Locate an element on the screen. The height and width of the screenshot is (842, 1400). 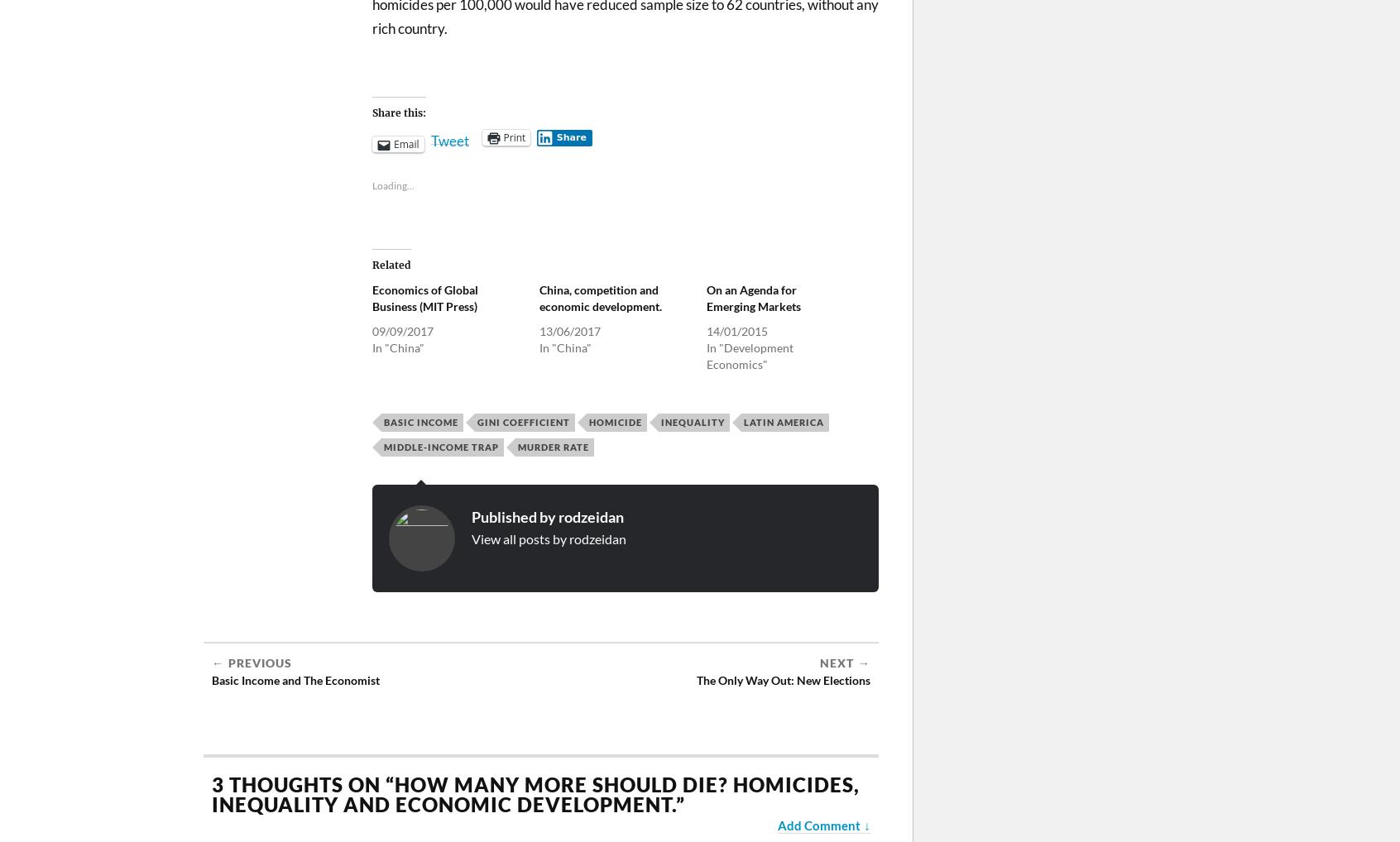
'basic income' is located at coordinates (382, 421).